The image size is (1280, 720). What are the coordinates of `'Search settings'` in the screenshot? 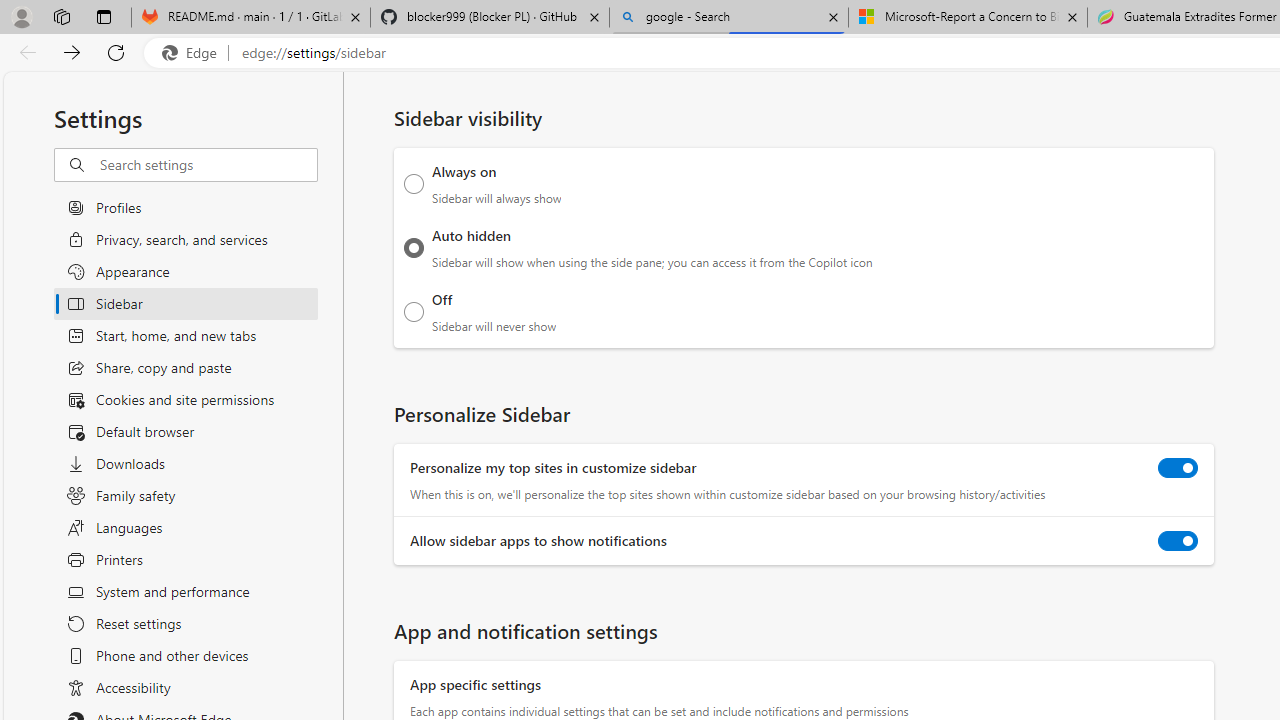 It's located at (208, 164).